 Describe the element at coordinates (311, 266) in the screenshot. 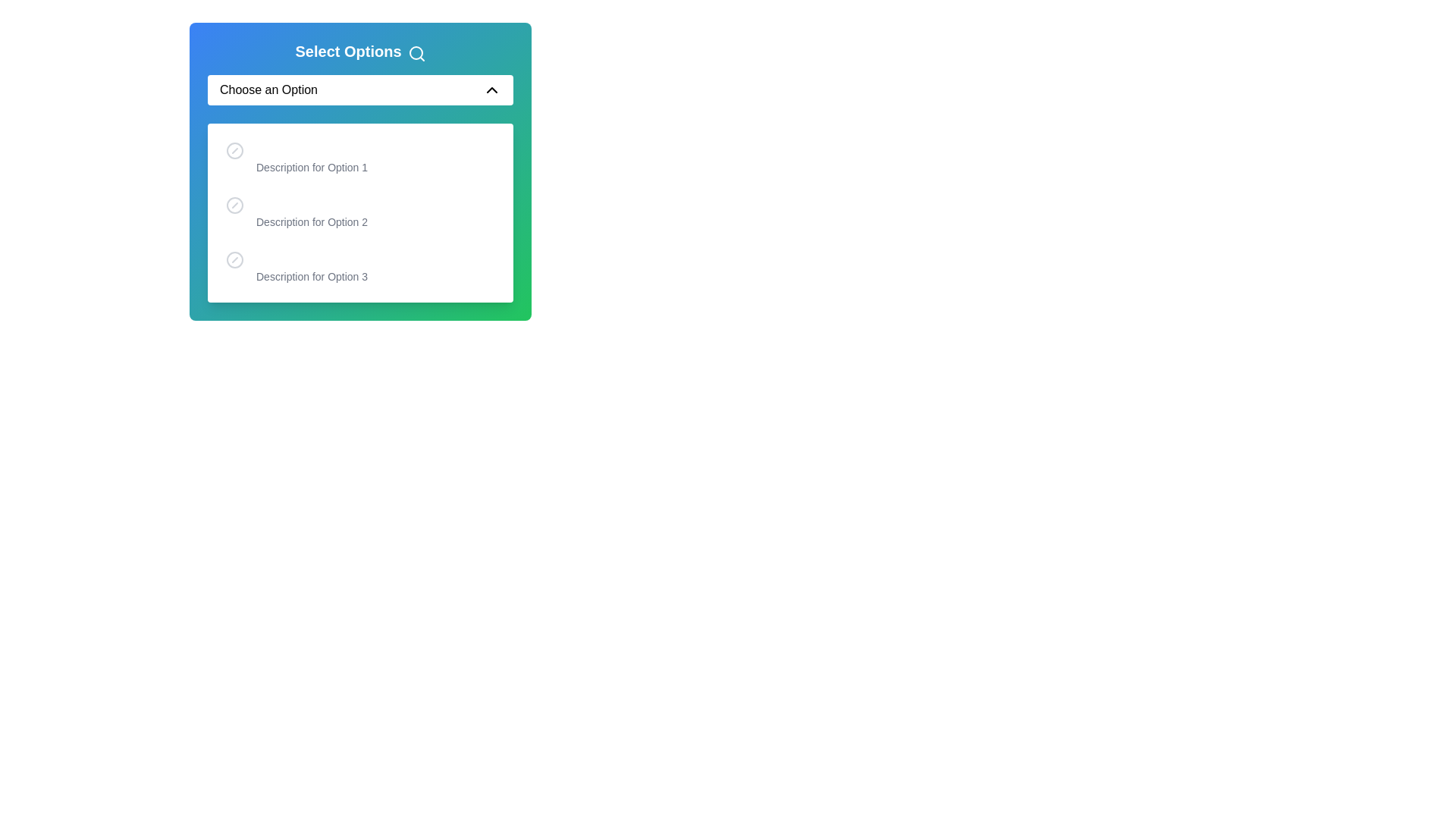

I see `the third option 'Option 3' in the dropdown menu` at that location.